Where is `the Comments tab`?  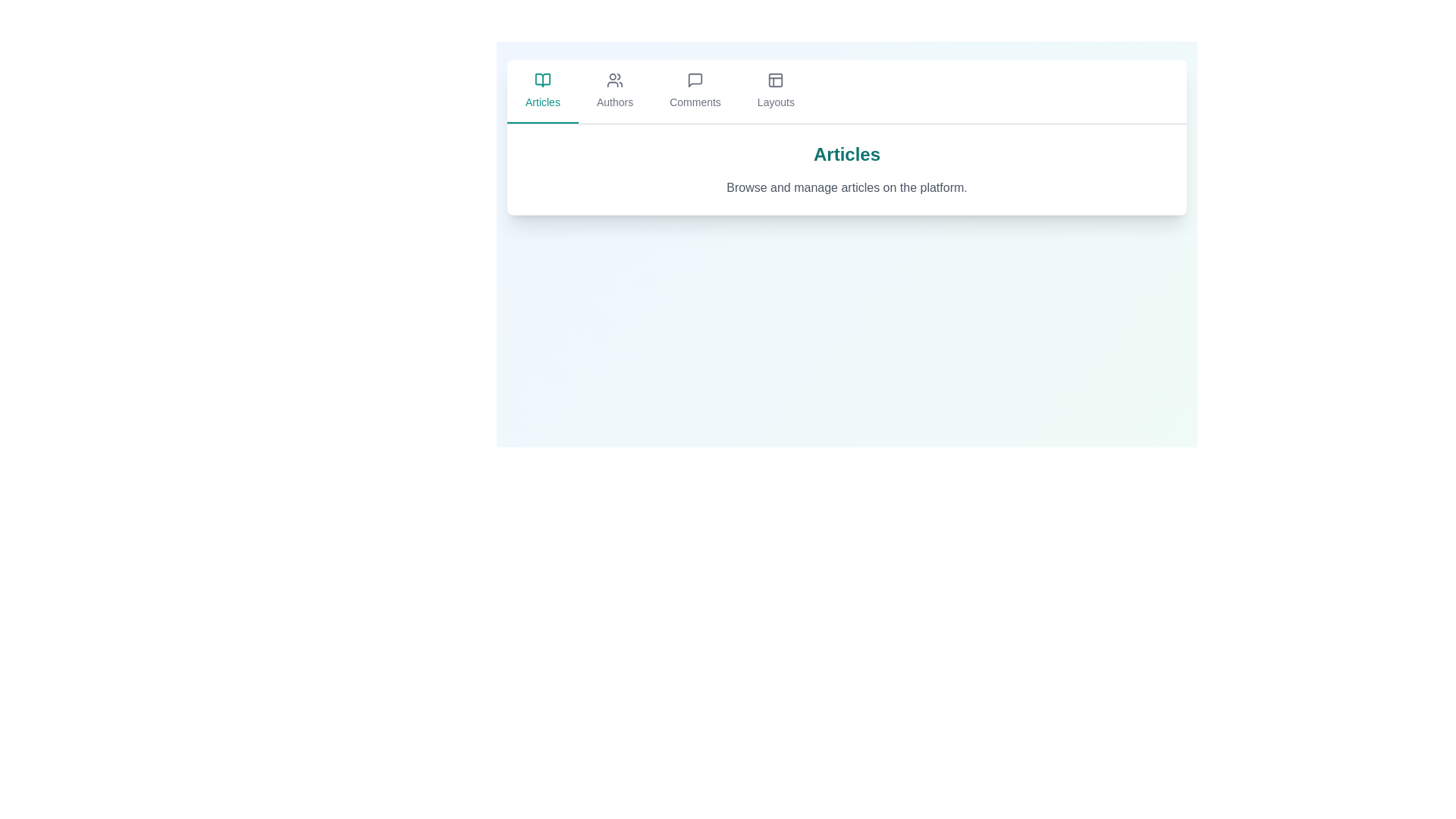 the Comments tab is located at coordinates (694, 91).